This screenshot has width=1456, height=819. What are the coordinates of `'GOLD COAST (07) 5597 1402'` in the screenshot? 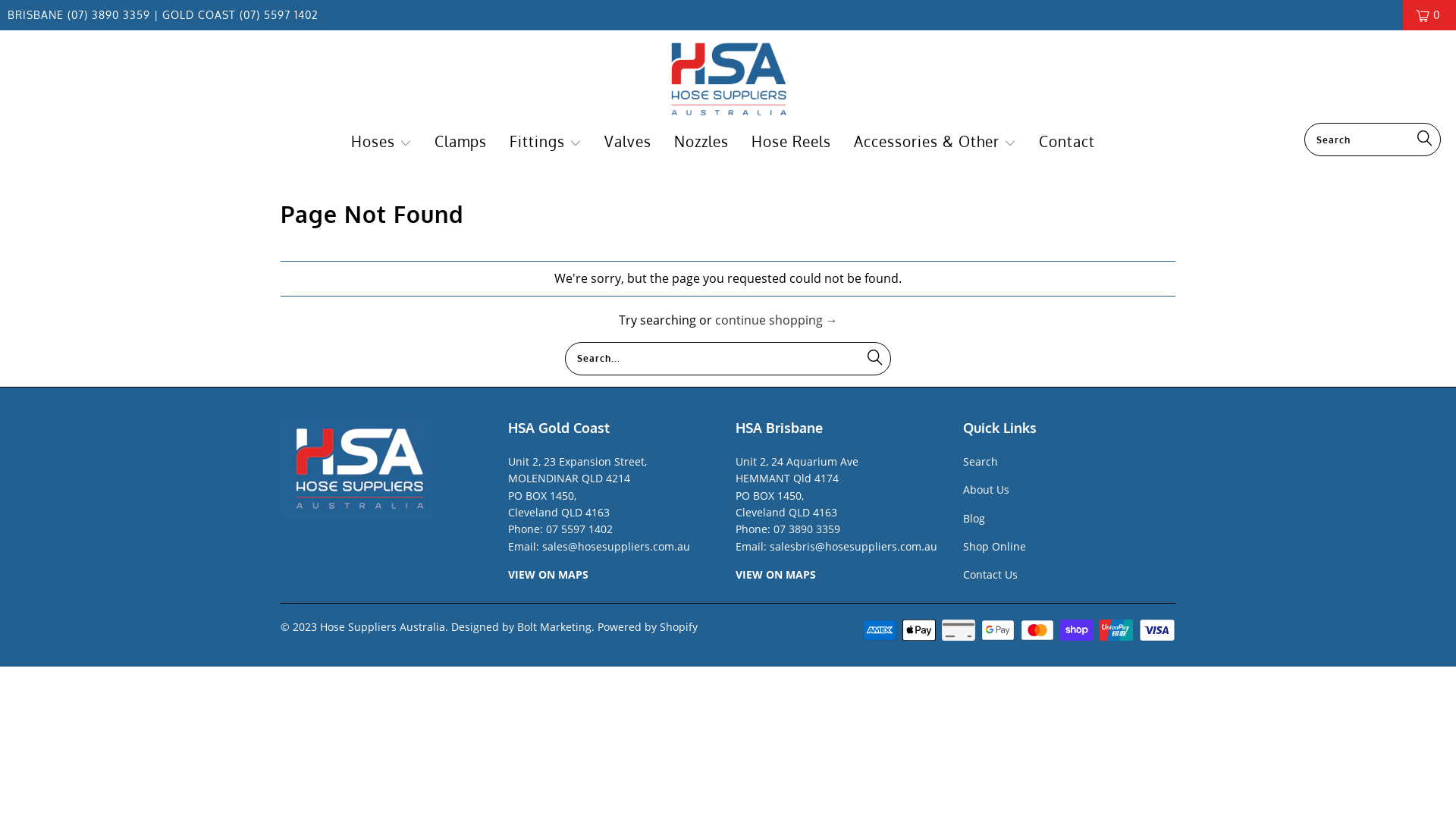 It's located at (158, 14).